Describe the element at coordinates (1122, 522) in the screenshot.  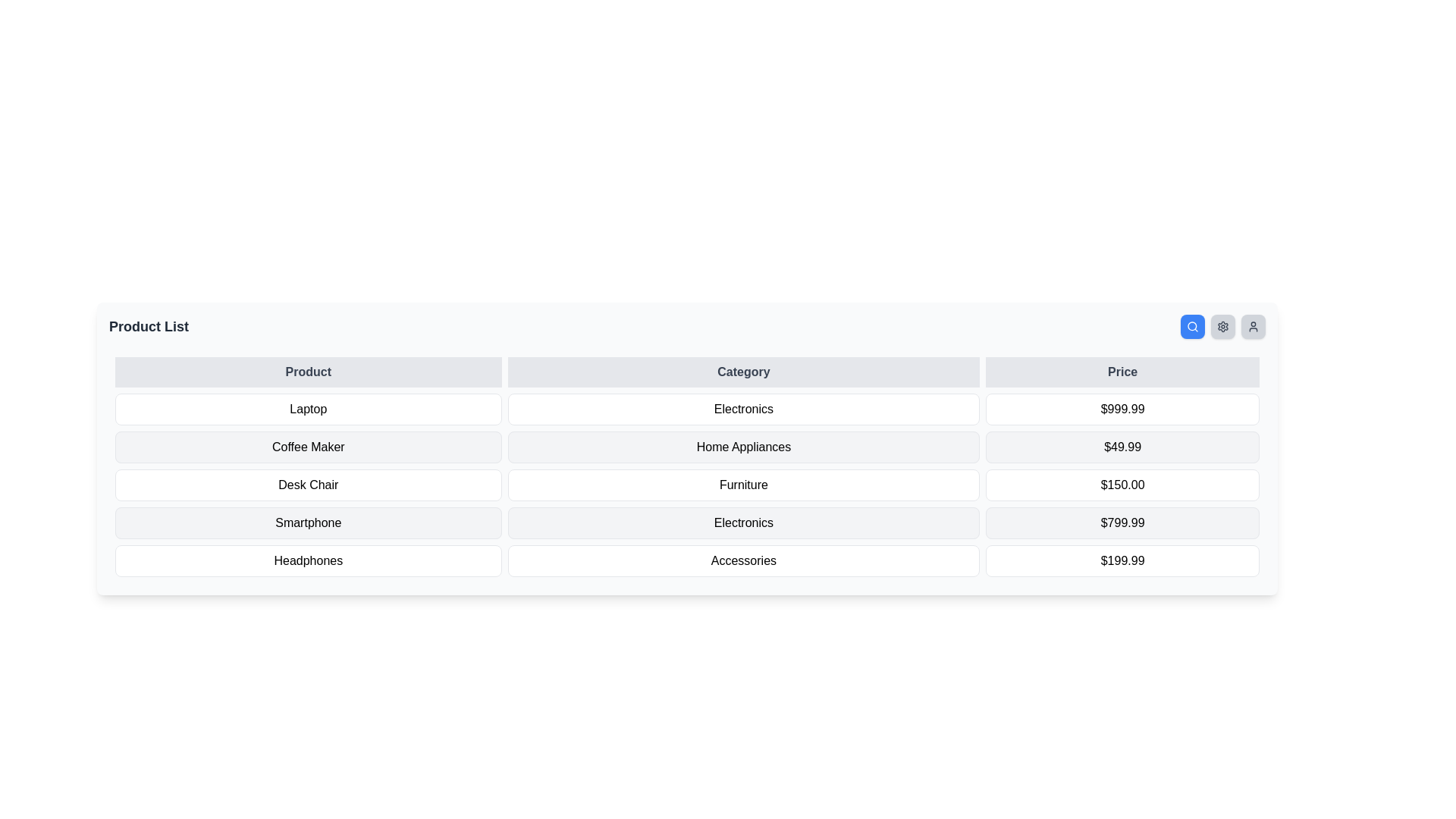
I see `the price label displaying the monetary value for the 'Smartphone' in the third column of the fourth row of the data table` at that location.